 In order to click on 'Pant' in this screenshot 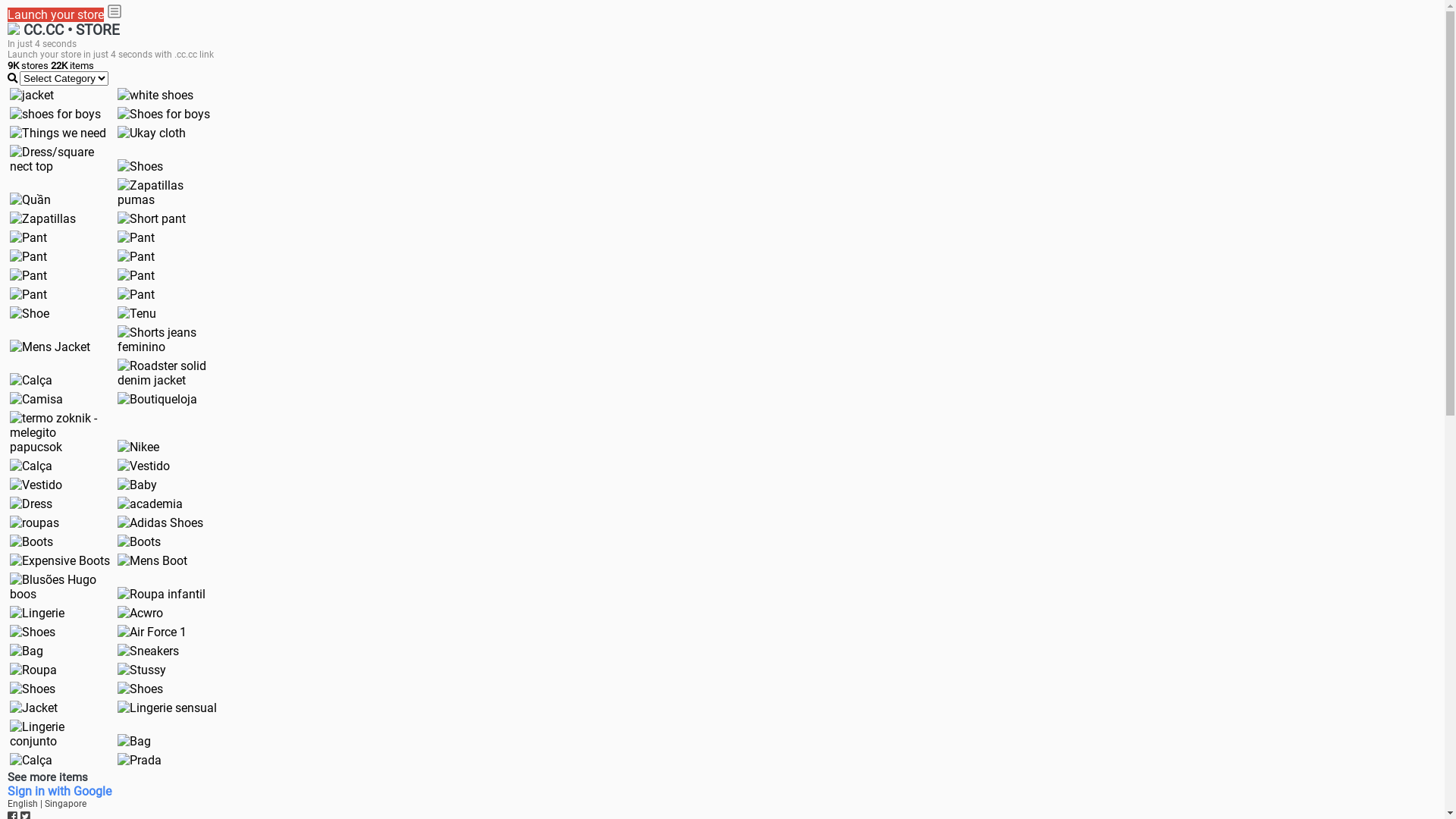, I will do `click(28, 275)`.